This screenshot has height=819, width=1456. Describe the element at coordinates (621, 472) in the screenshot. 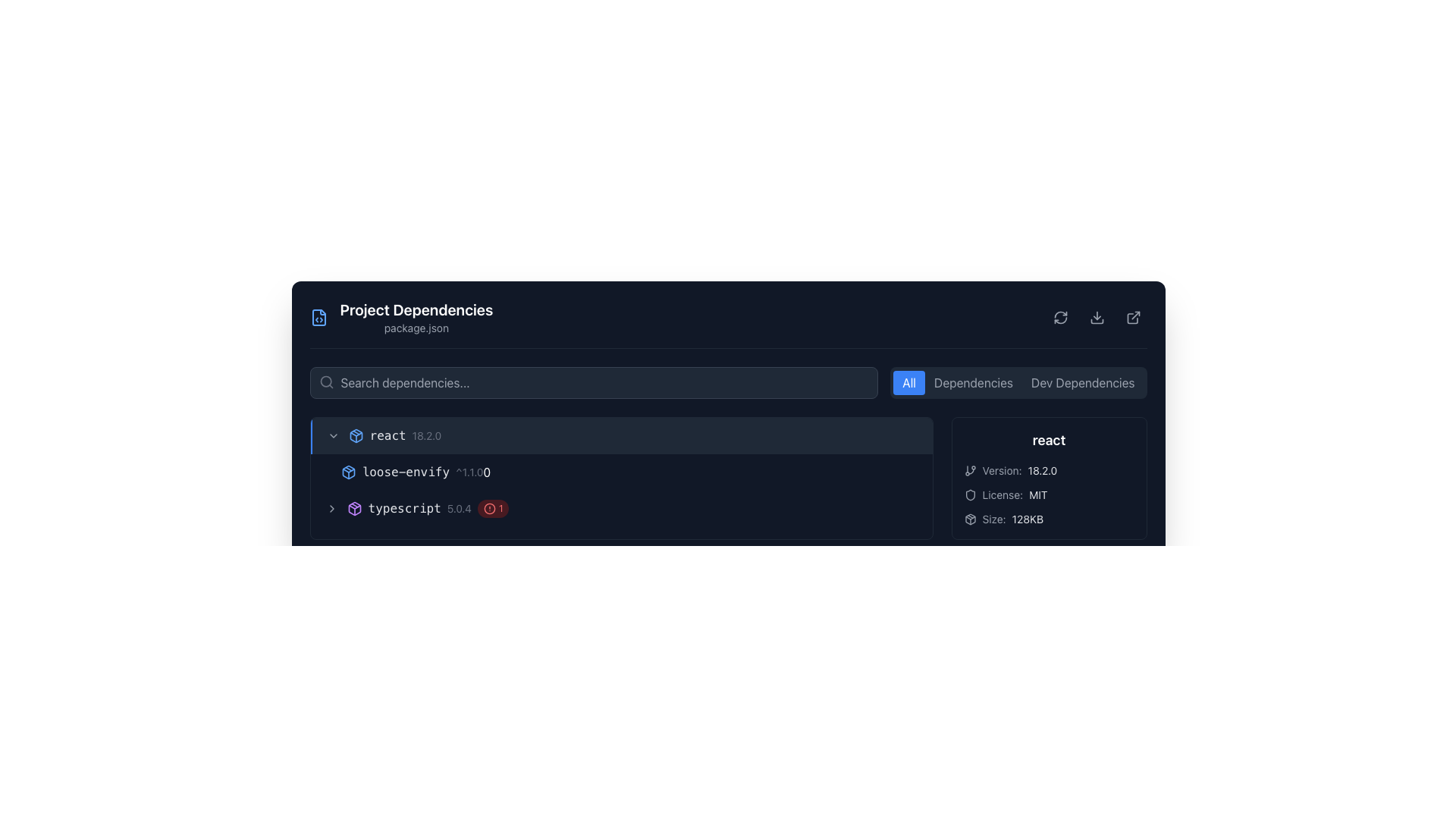

I see `the second item` at that location.